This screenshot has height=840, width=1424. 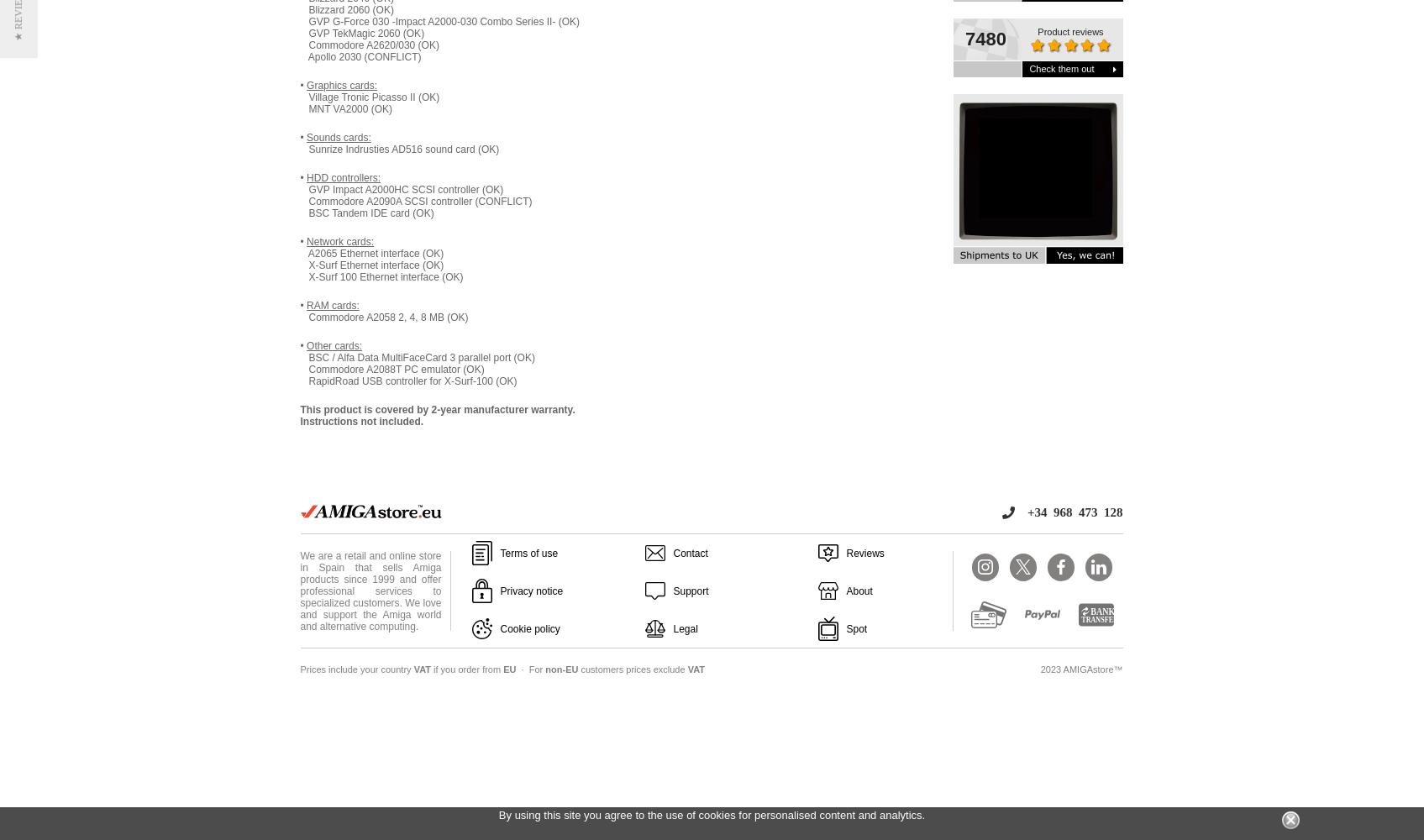 What do you see at coordinates (414, 201) in the screenshot?
I see `'Commodore A2090A SCSI controller (CONFLICT)'` at bounding box center [414, 201].